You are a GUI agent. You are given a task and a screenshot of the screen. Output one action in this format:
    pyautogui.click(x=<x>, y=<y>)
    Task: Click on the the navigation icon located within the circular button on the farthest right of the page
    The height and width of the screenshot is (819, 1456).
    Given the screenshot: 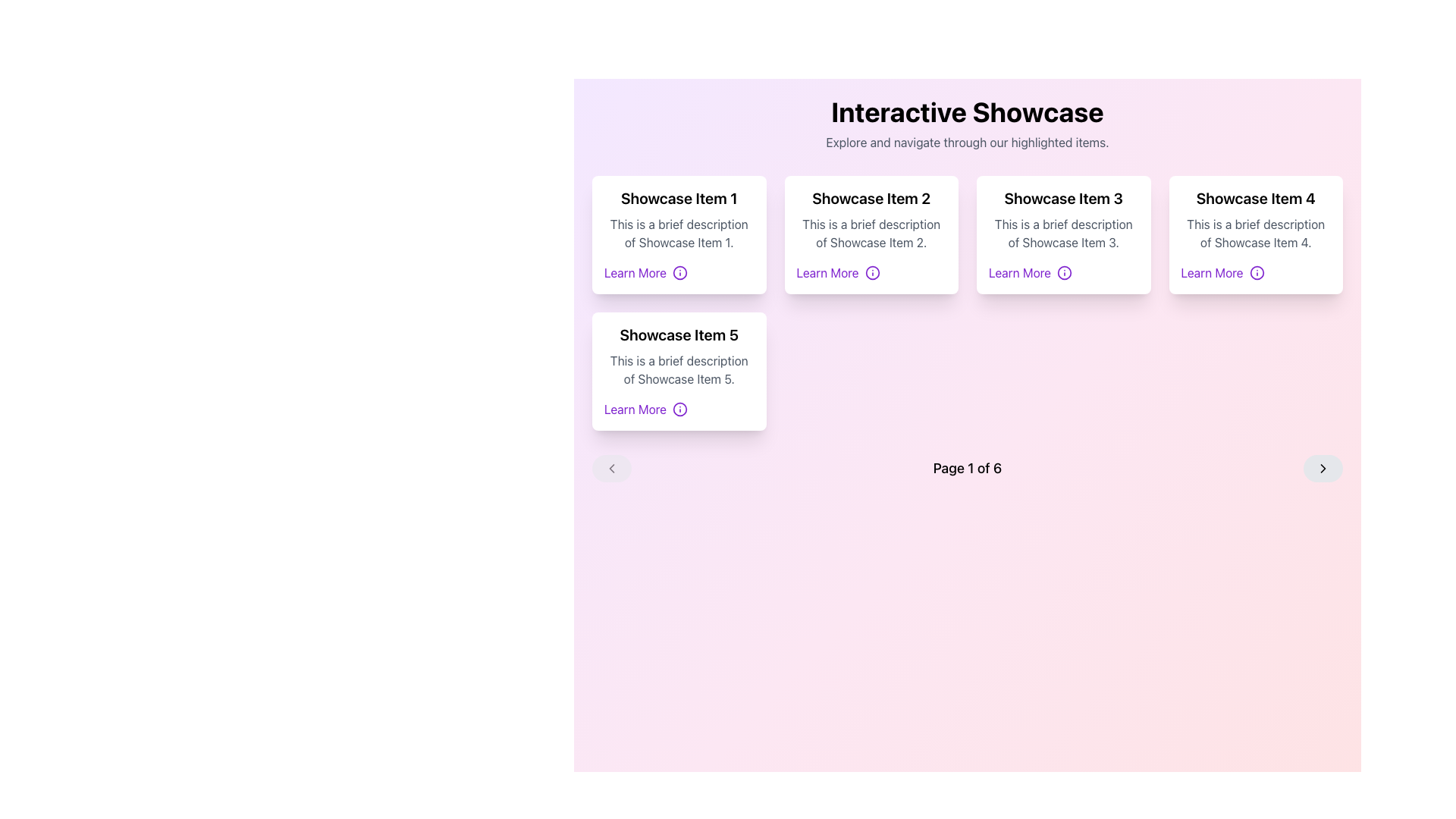 What is the action you would take?
    pyautogui.click(x=1322, y=467)
    